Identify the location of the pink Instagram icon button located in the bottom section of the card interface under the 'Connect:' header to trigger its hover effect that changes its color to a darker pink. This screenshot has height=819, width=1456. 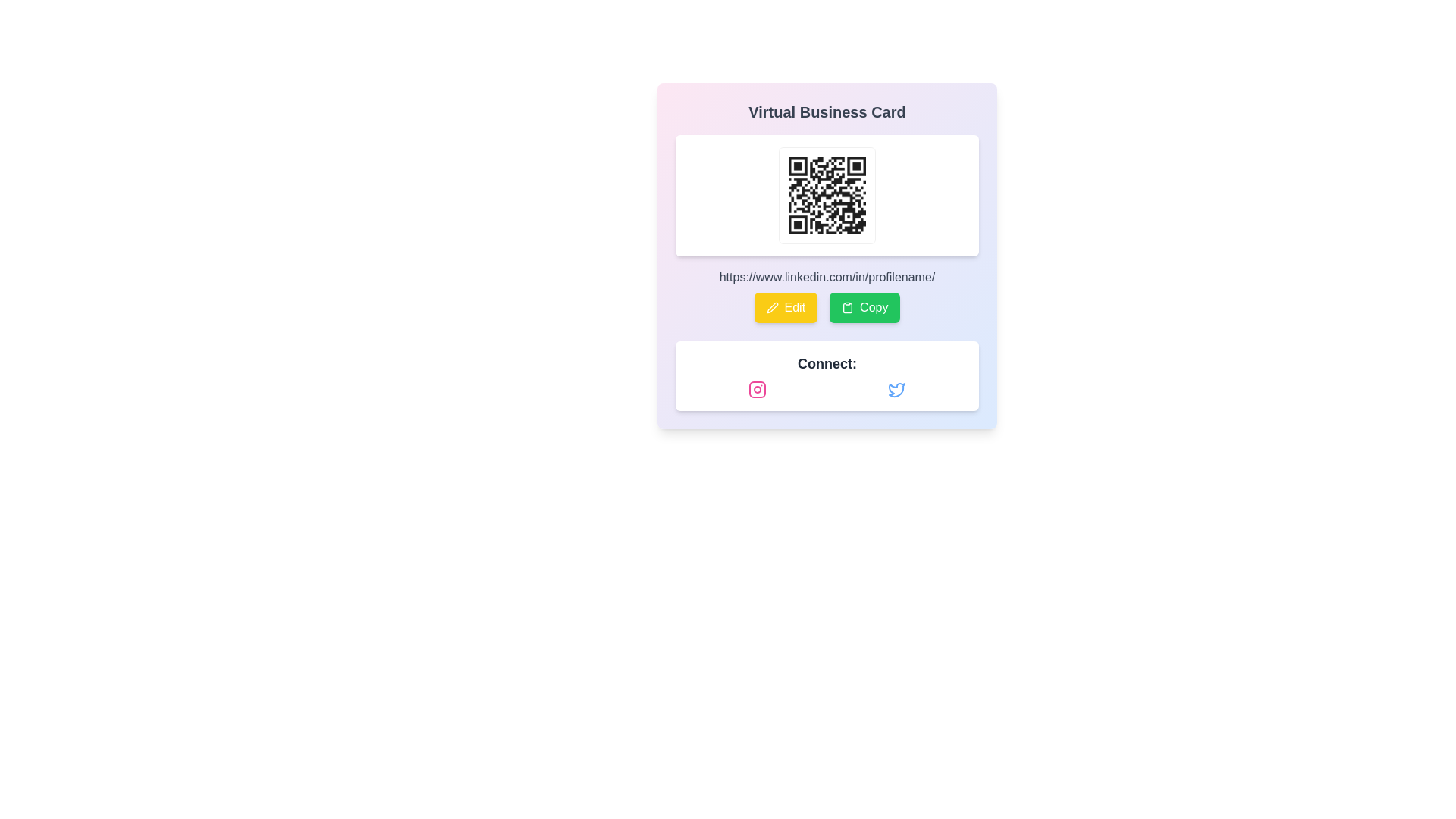
(757, 388).